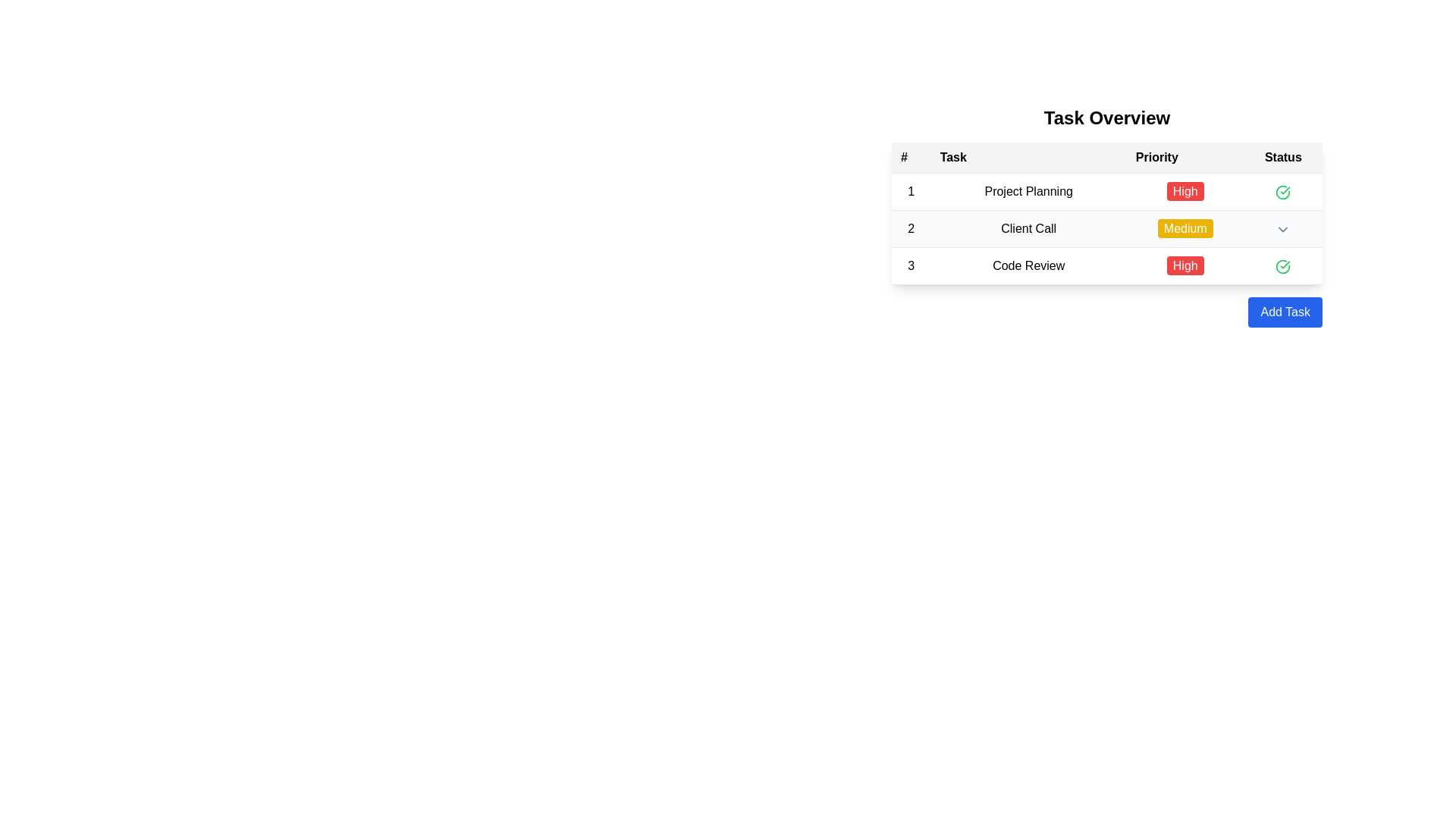 The width and height of the screenshot is (1456, 819). What do you see at coordinates (910, 191) in the screenshot?
I see `the numerical indicator displaying '1' in the first column of the task list table under the '#' header, which is part of the 'Project Planning' row` at bounding box center [910, 191].